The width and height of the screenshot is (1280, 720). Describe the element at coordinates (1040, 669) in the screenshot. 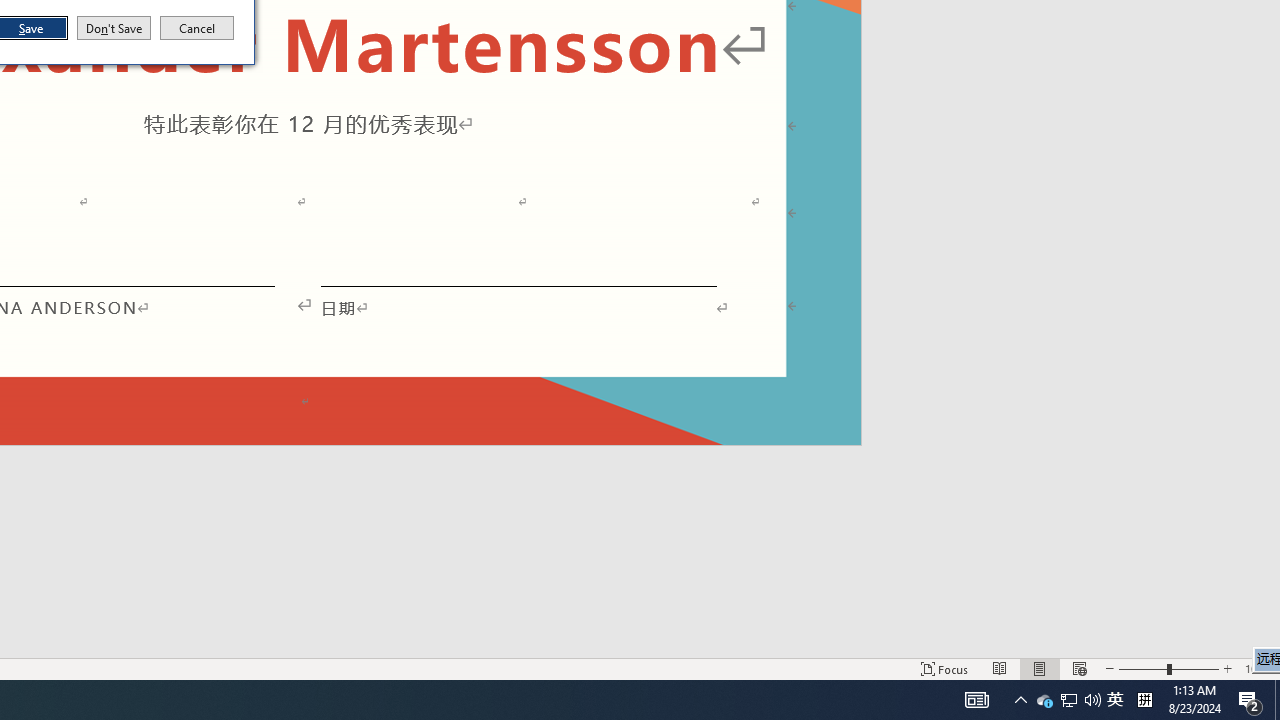

I see `'Print Layout'` at that location.